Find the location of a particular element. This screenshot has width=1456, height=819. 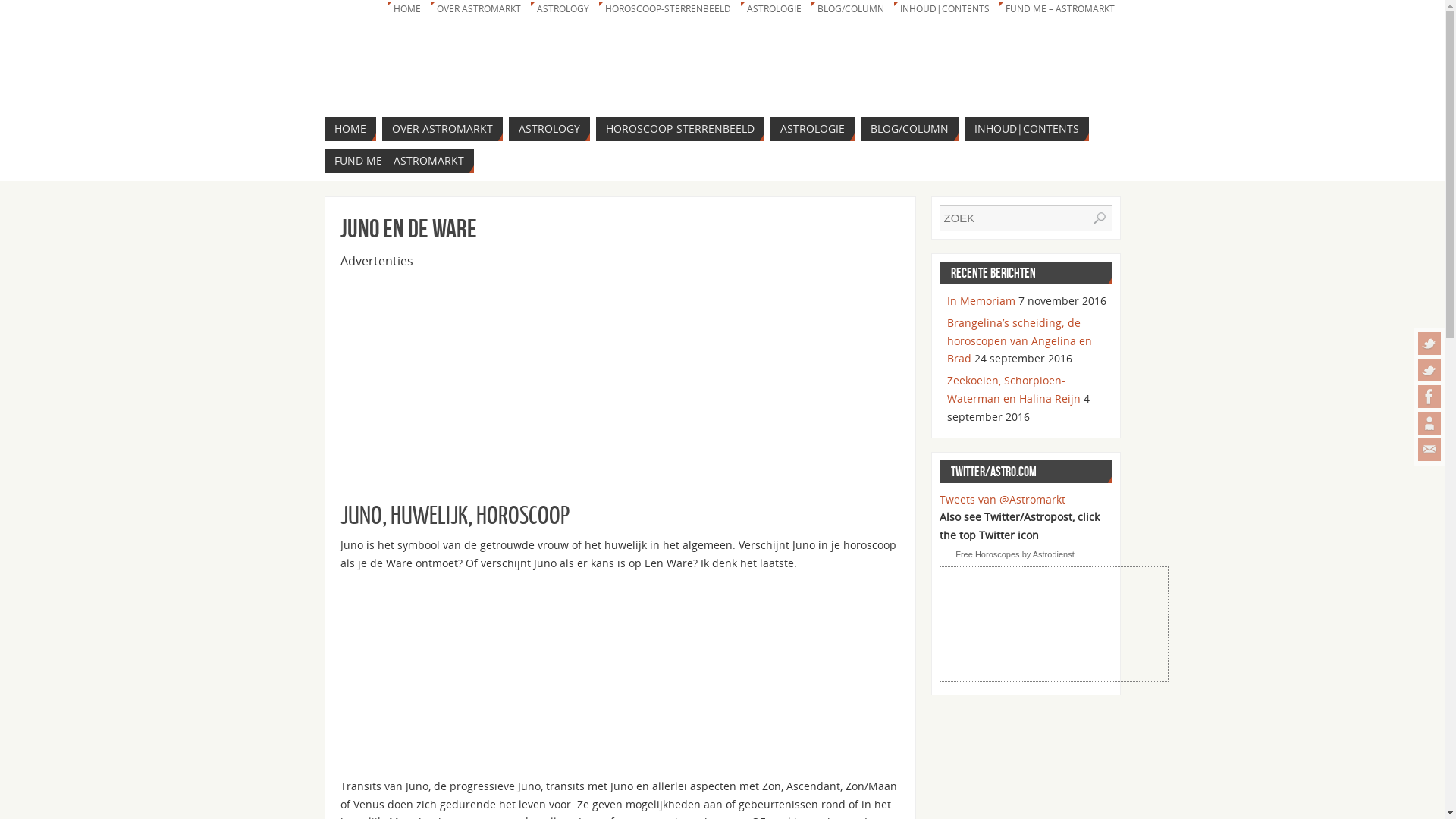

'HOME' is located at coordinates (349, 127).